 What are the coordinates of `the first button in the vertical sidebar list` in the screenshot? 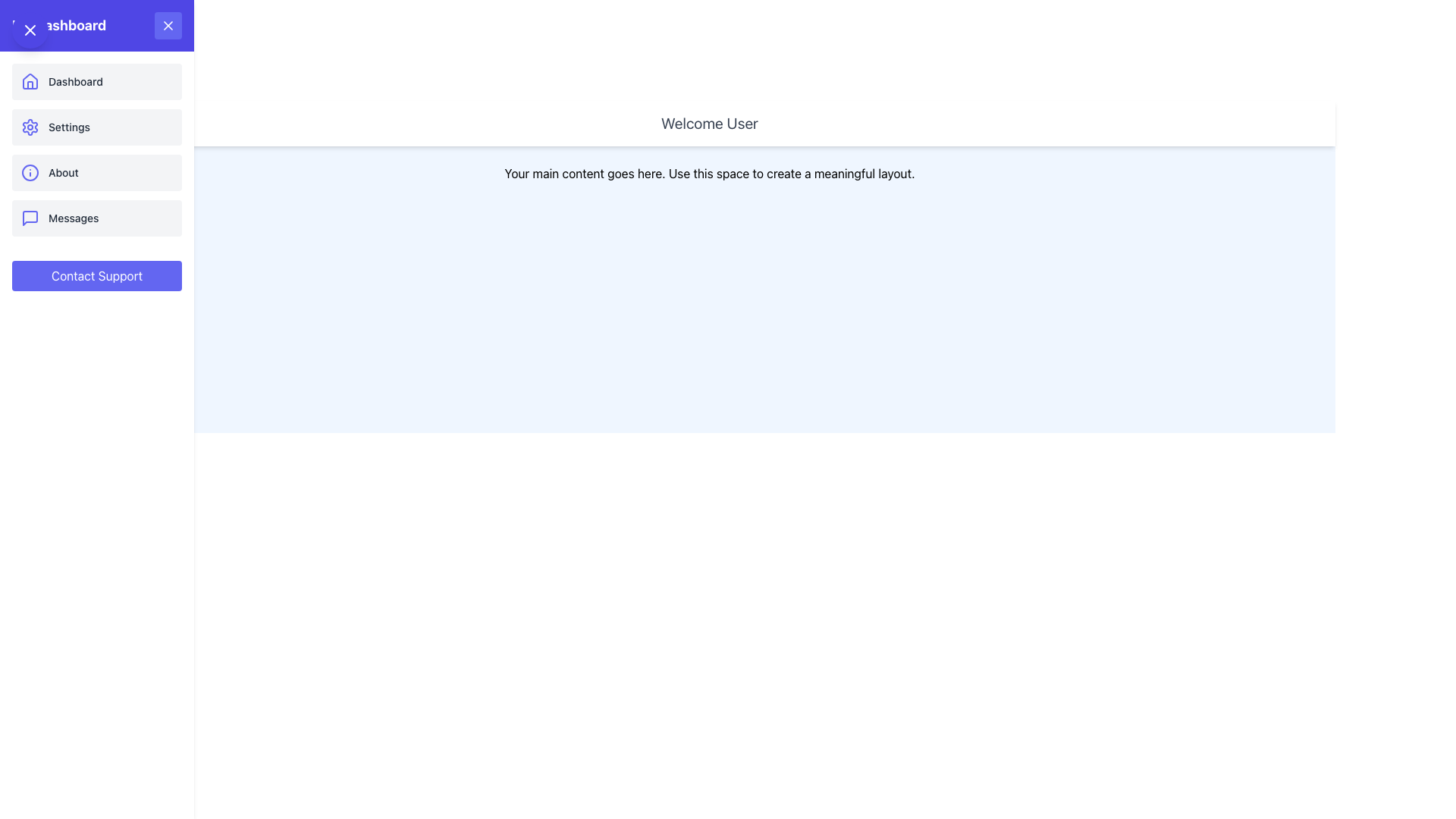 It's located at (96, 82).